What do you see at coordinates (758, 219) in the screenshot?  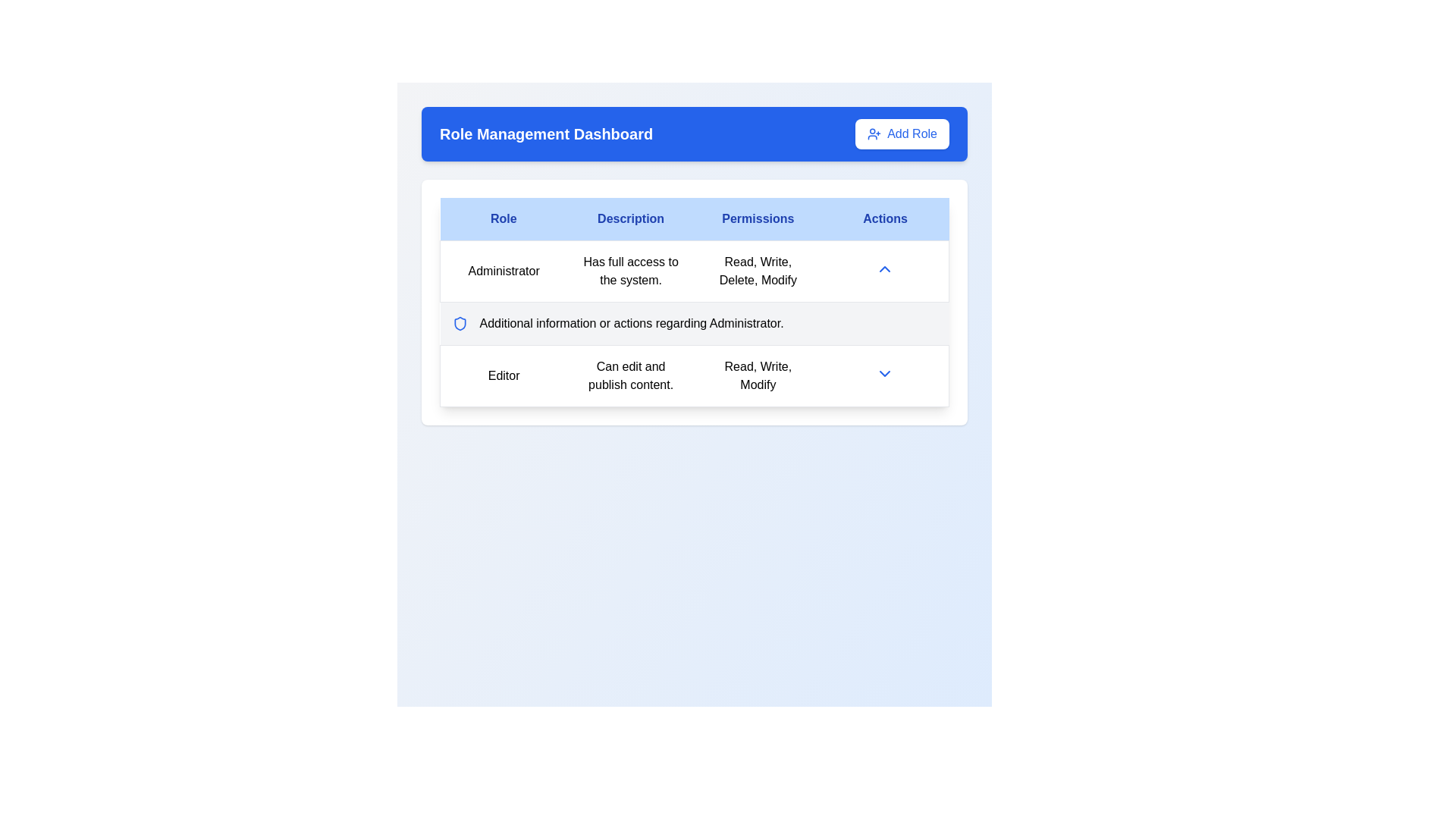 I see `the text label 'Permissions' which is styled with a blue font and is part of the header row in the table, located centrally aligned at the top` at bounding box center [758, 219].